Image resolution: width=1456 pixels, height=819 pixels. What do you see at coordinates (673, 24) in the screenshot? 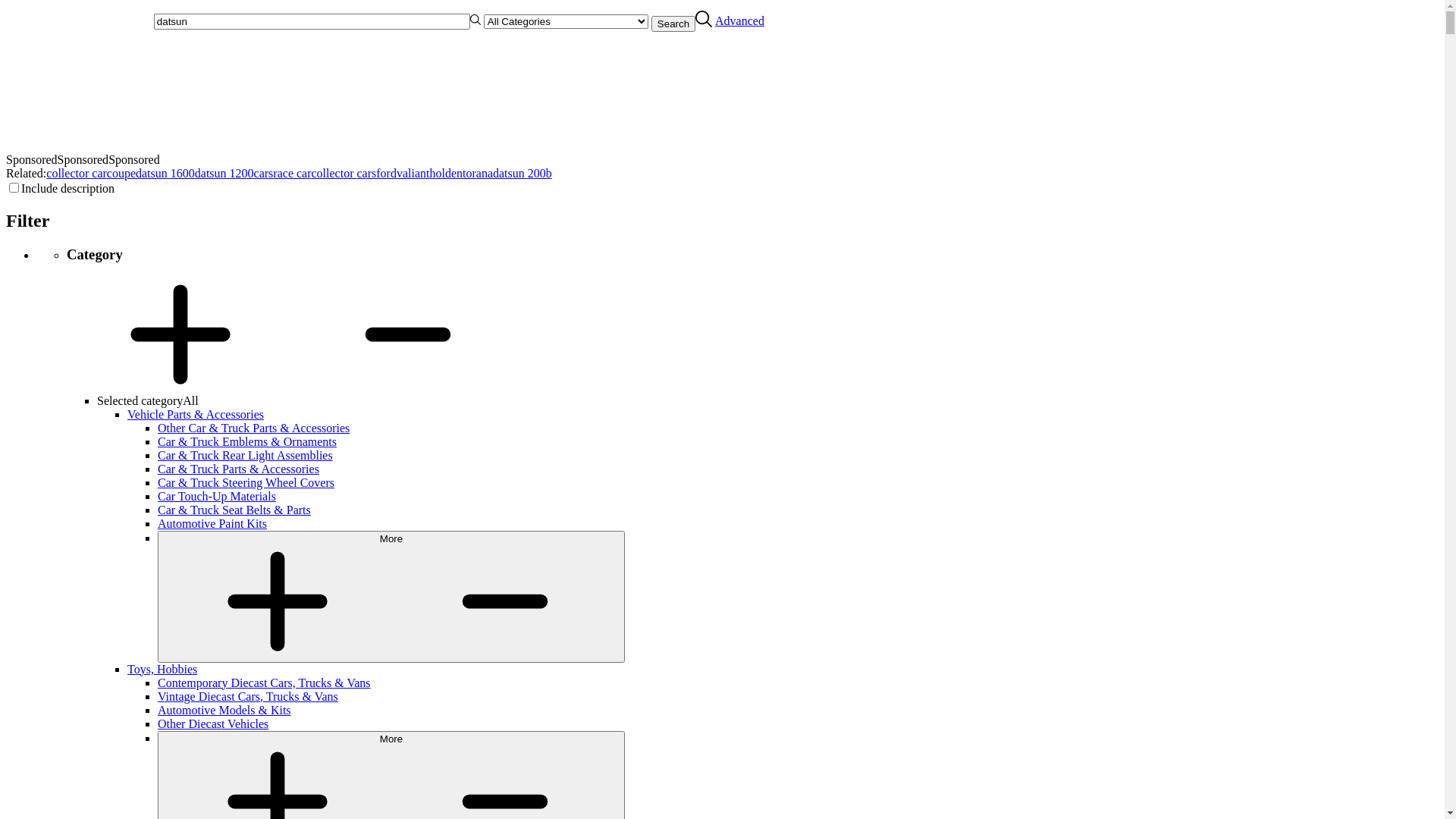
I see `'Search'` at bounding box center [673, 24].